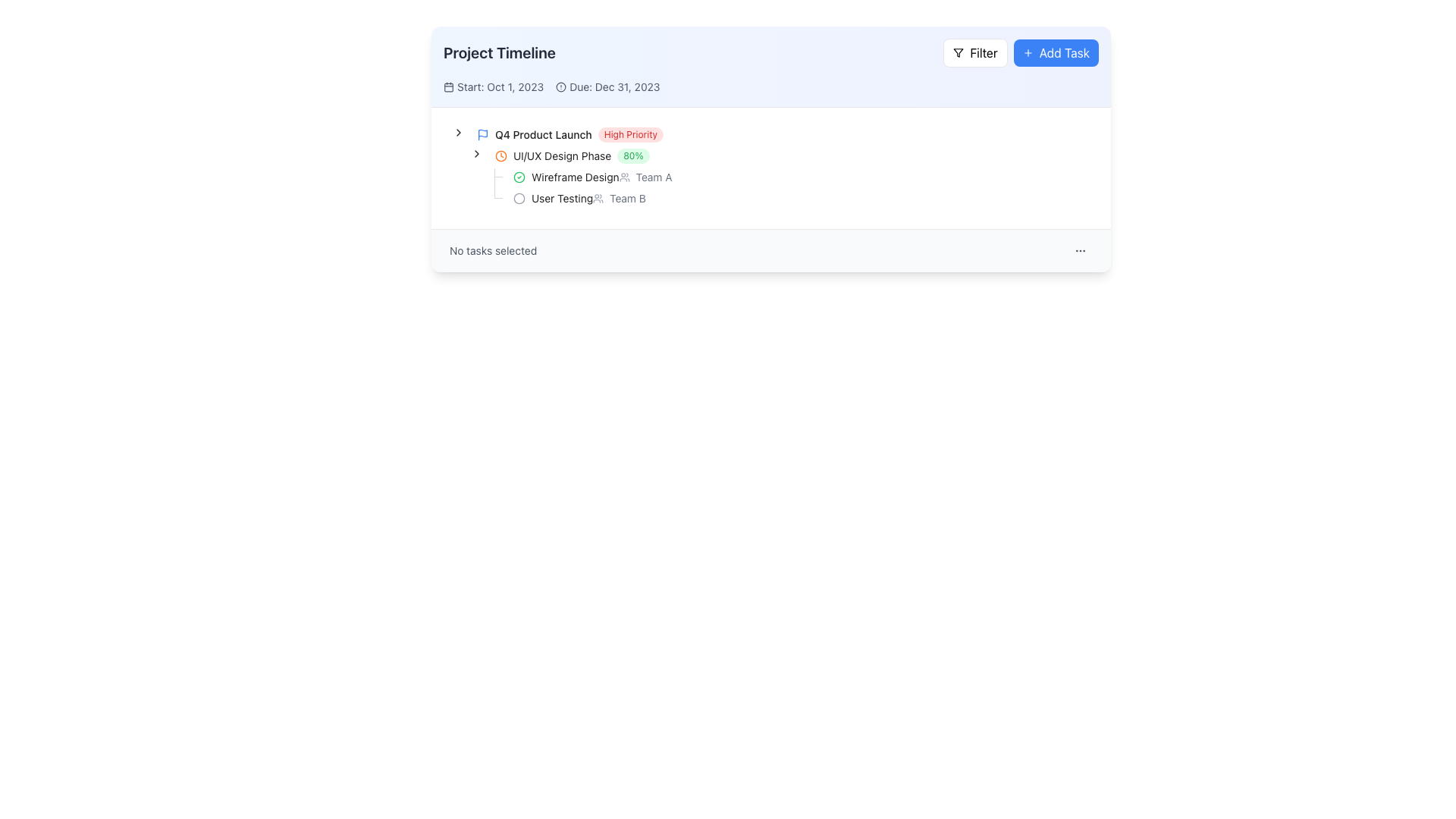 This screenshot has width=1456, height=819. What do you see at coordinates (500, 87) in the screenshot?
I see `the text label displaying 'Start: Oct 1, 2023' next to the calendar icon in the project timeline heading area` at bounding box center [500, 87].